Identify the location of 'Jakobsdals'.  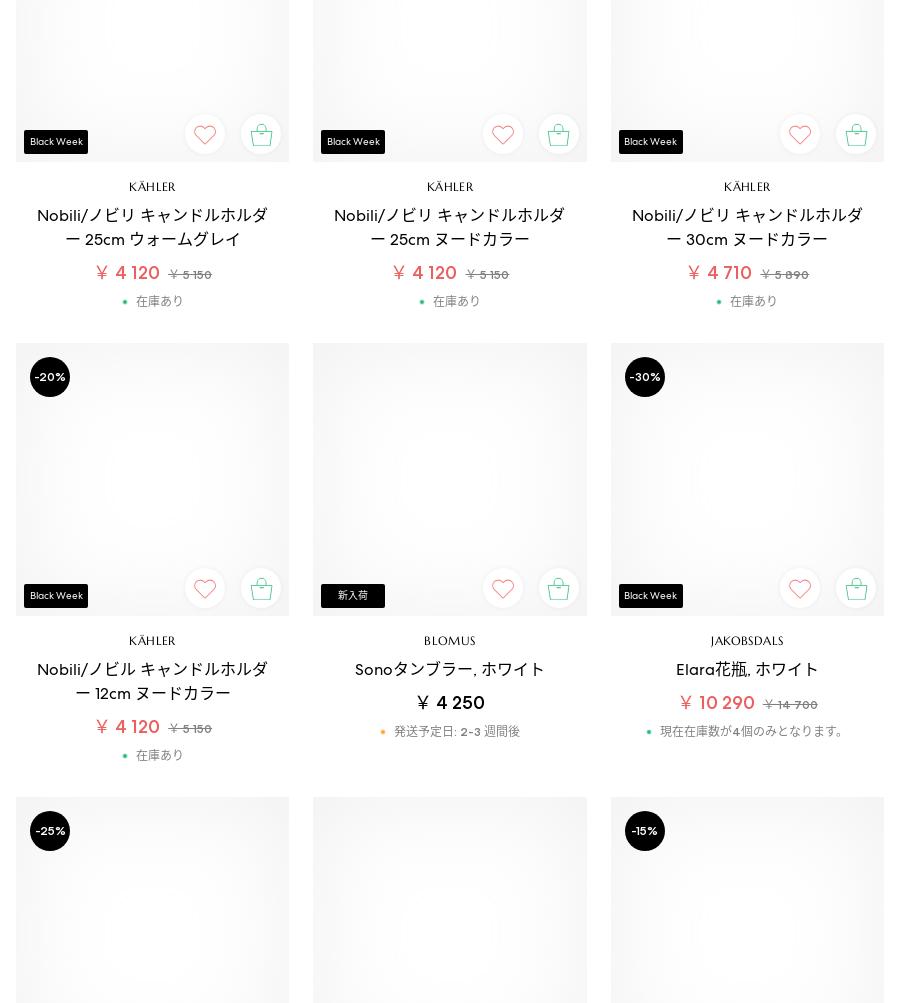
(746, 640).